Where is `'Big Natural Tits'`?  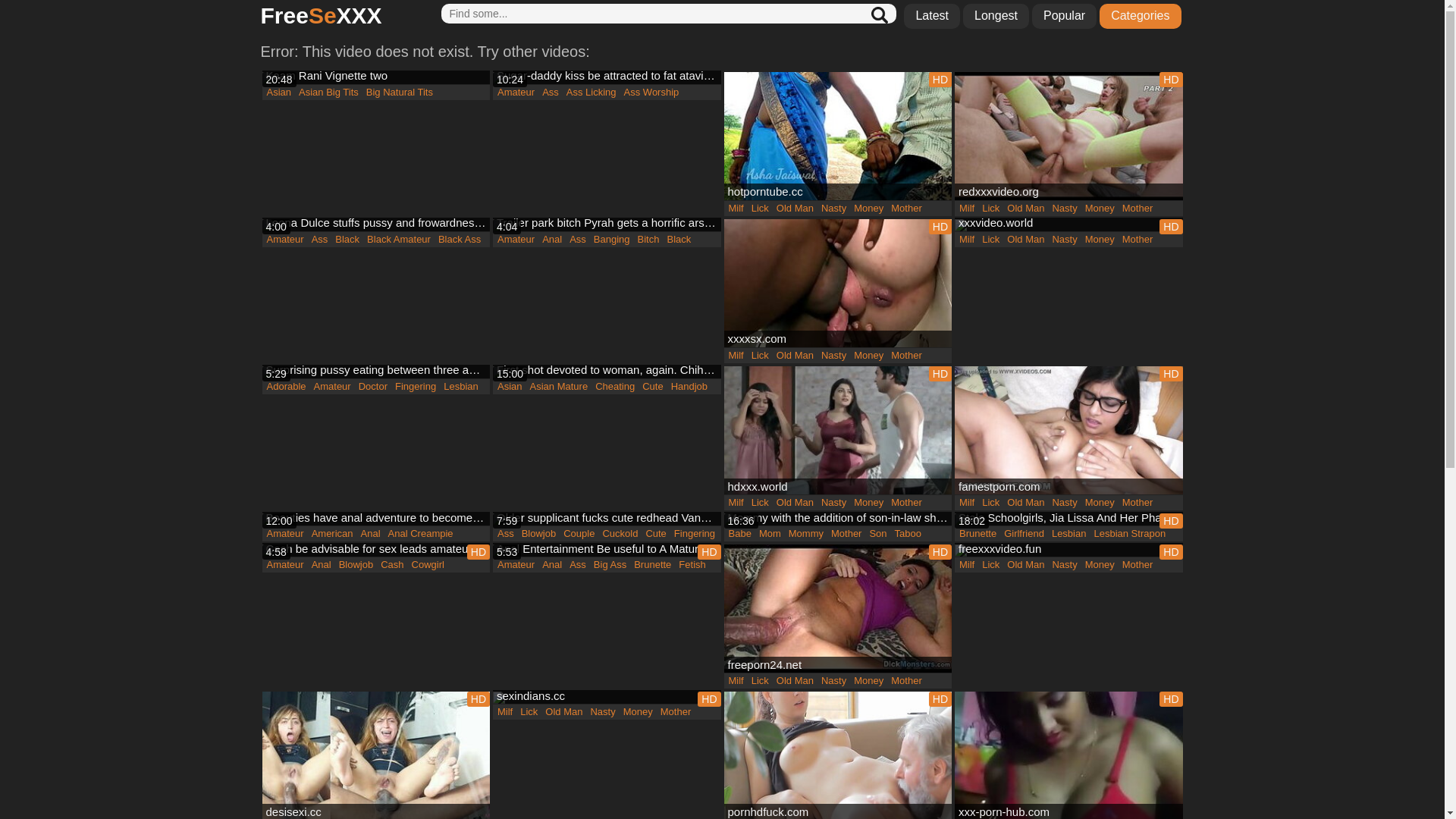 'Big Natural Tits' is located at coordinates (362, 93).